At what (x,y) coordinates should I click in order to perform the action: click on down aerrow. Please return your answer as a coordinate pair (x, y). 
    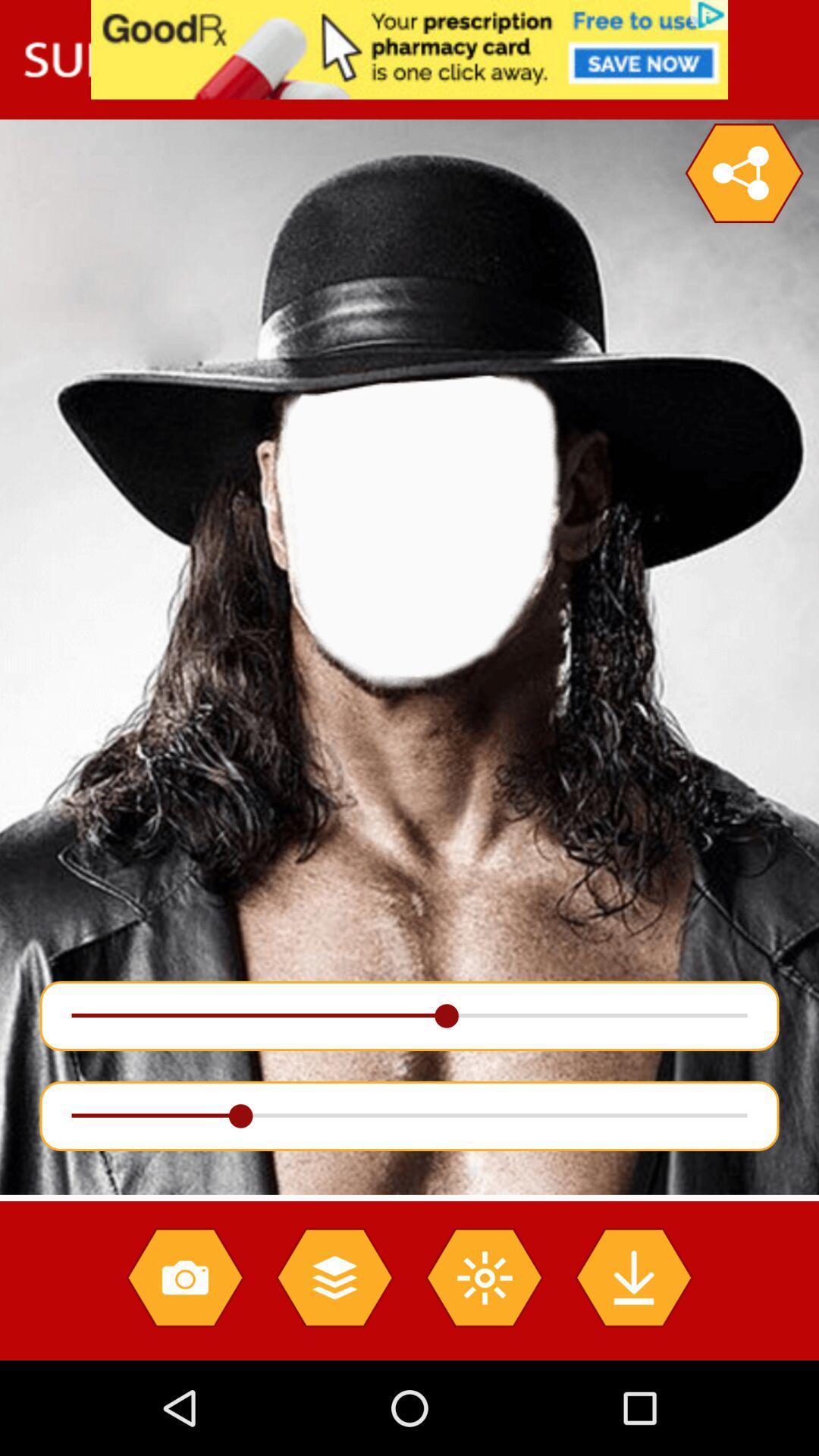
    Looking at the image, I should click on (633, 1276).